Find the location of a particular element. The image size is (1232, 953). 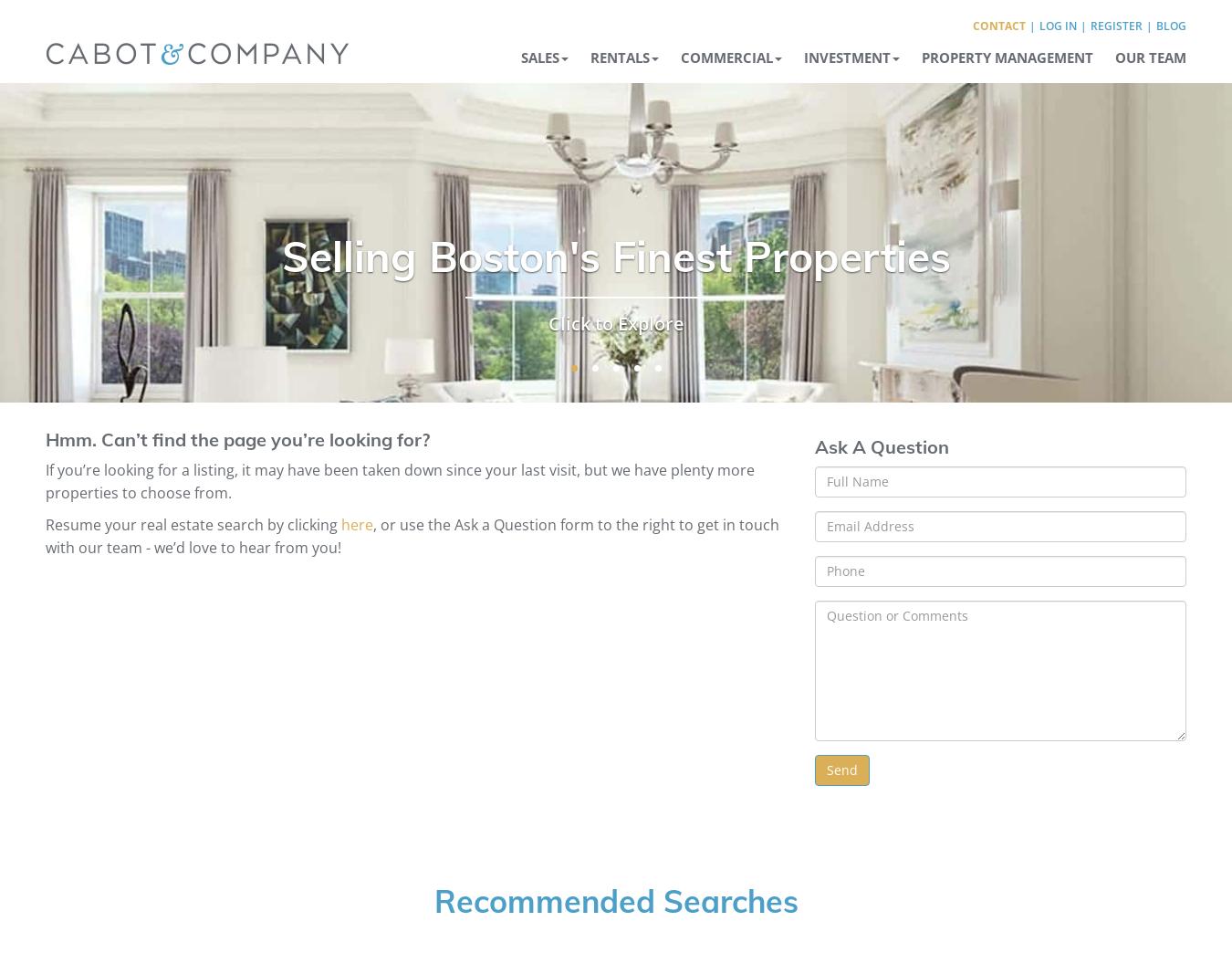

'Investment' is located at coordinates (804, 56).